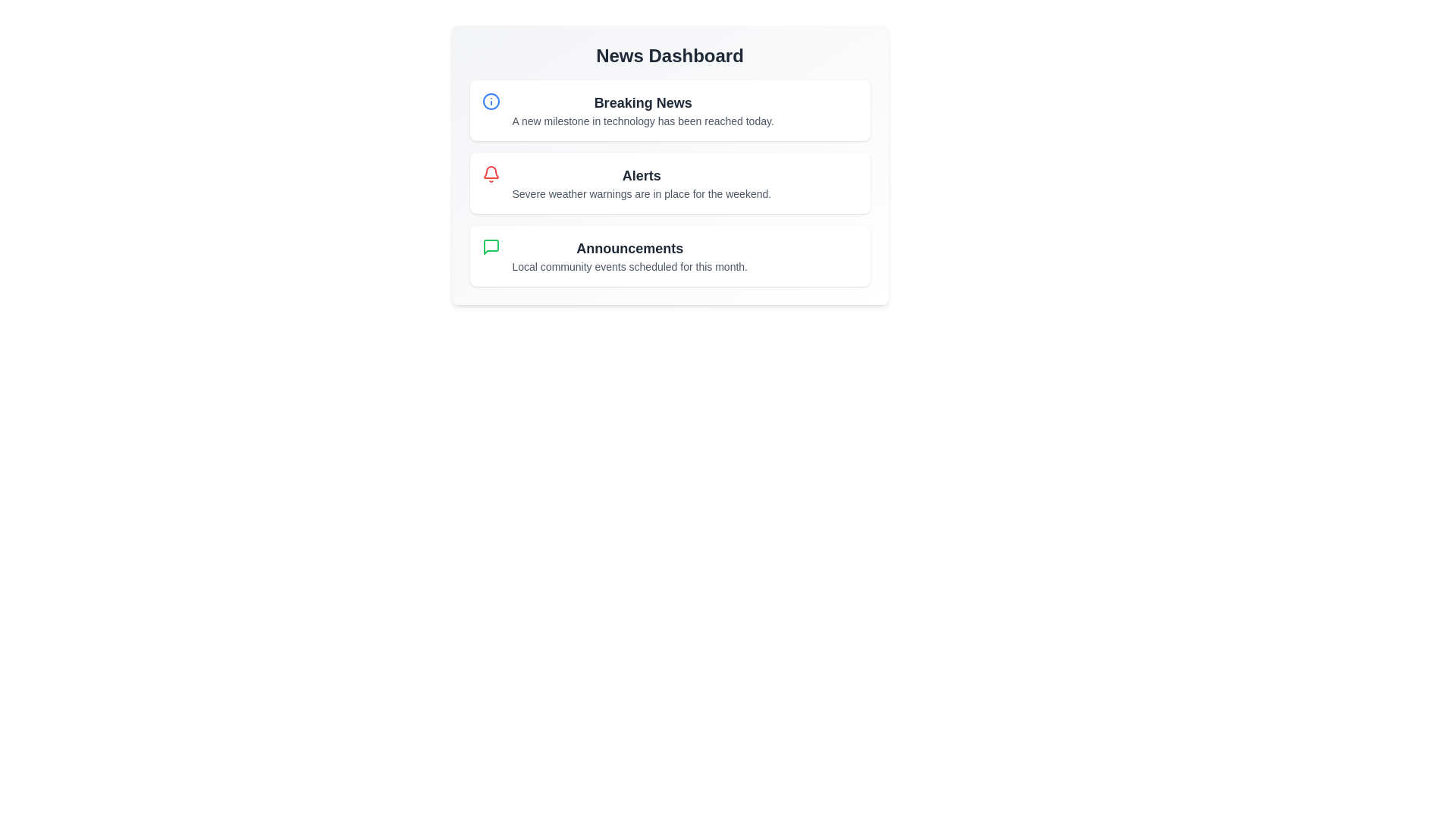 This screenshot has height=819, width=1456. What do you see at coordinates (643, 102) in the screenshot?
I see `the title 'Breaking News' to interact with it` at bounding box center [643, 102].